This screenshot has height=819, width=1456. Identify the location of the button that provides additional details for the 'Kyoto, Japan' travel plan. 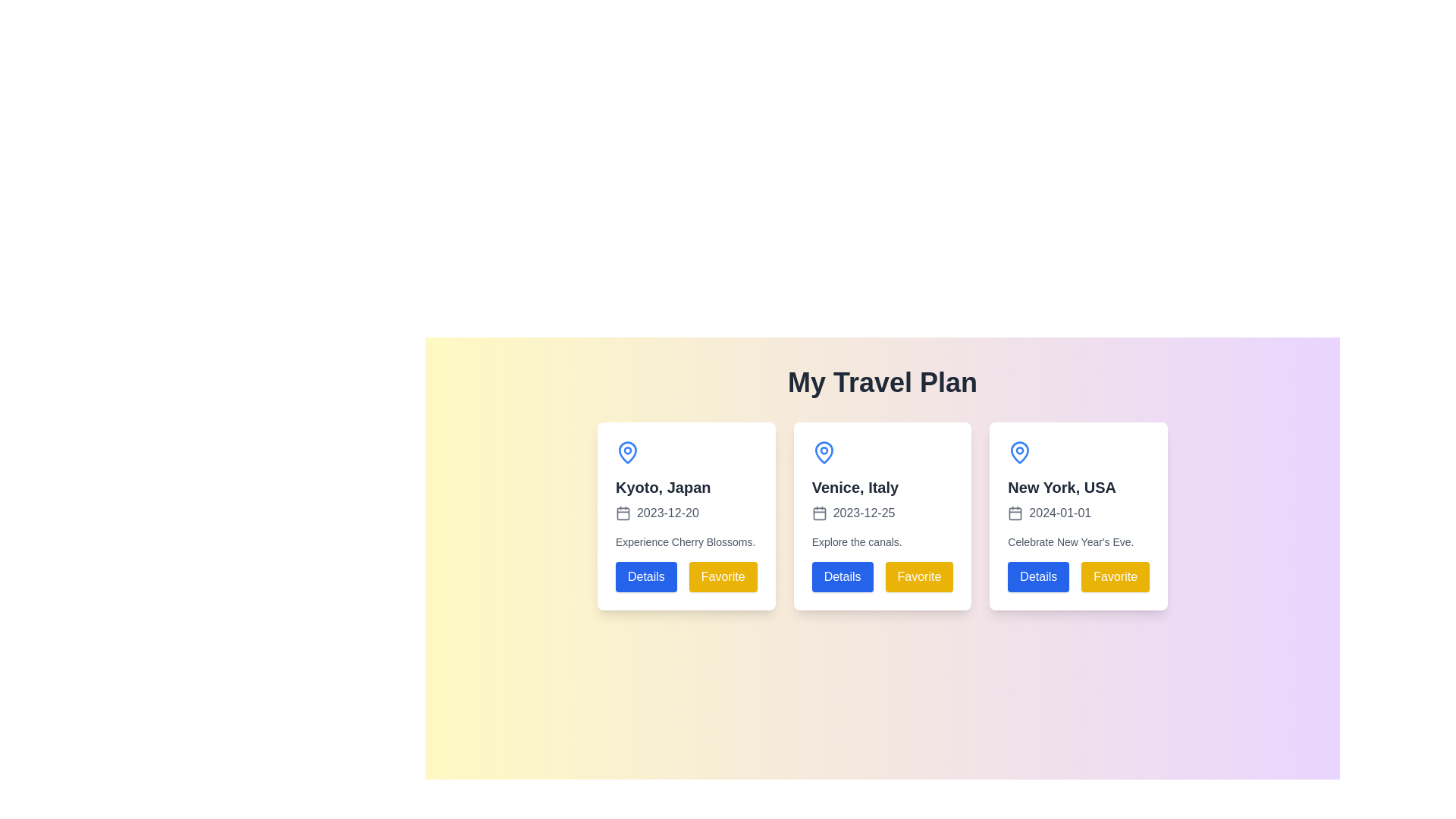
(646, 576).